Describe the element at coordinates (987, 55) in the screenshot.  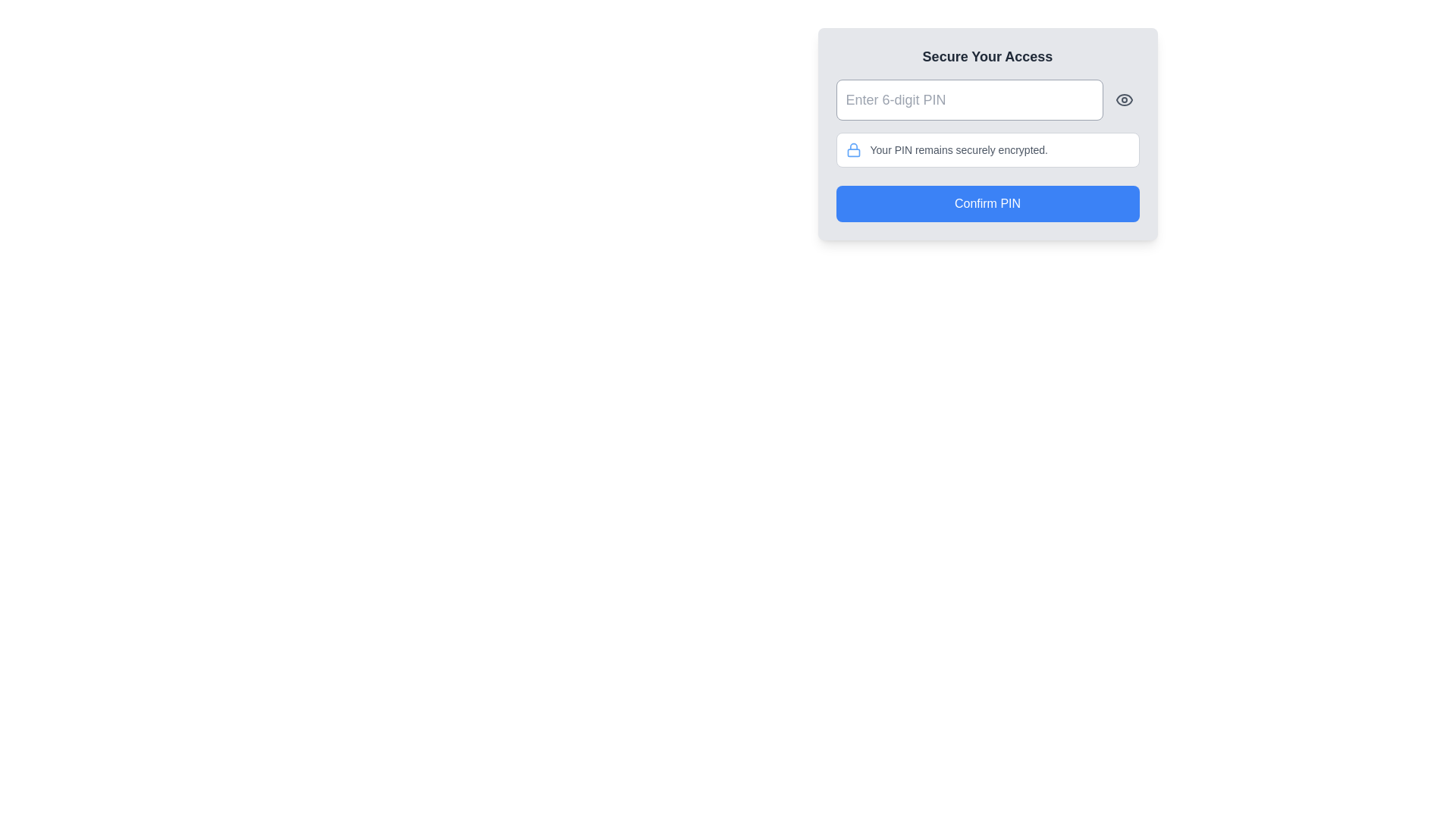
I see `bold, large text header that says 'Secure Your Access', which is located at the top of the rounded rectangular card` at that location.